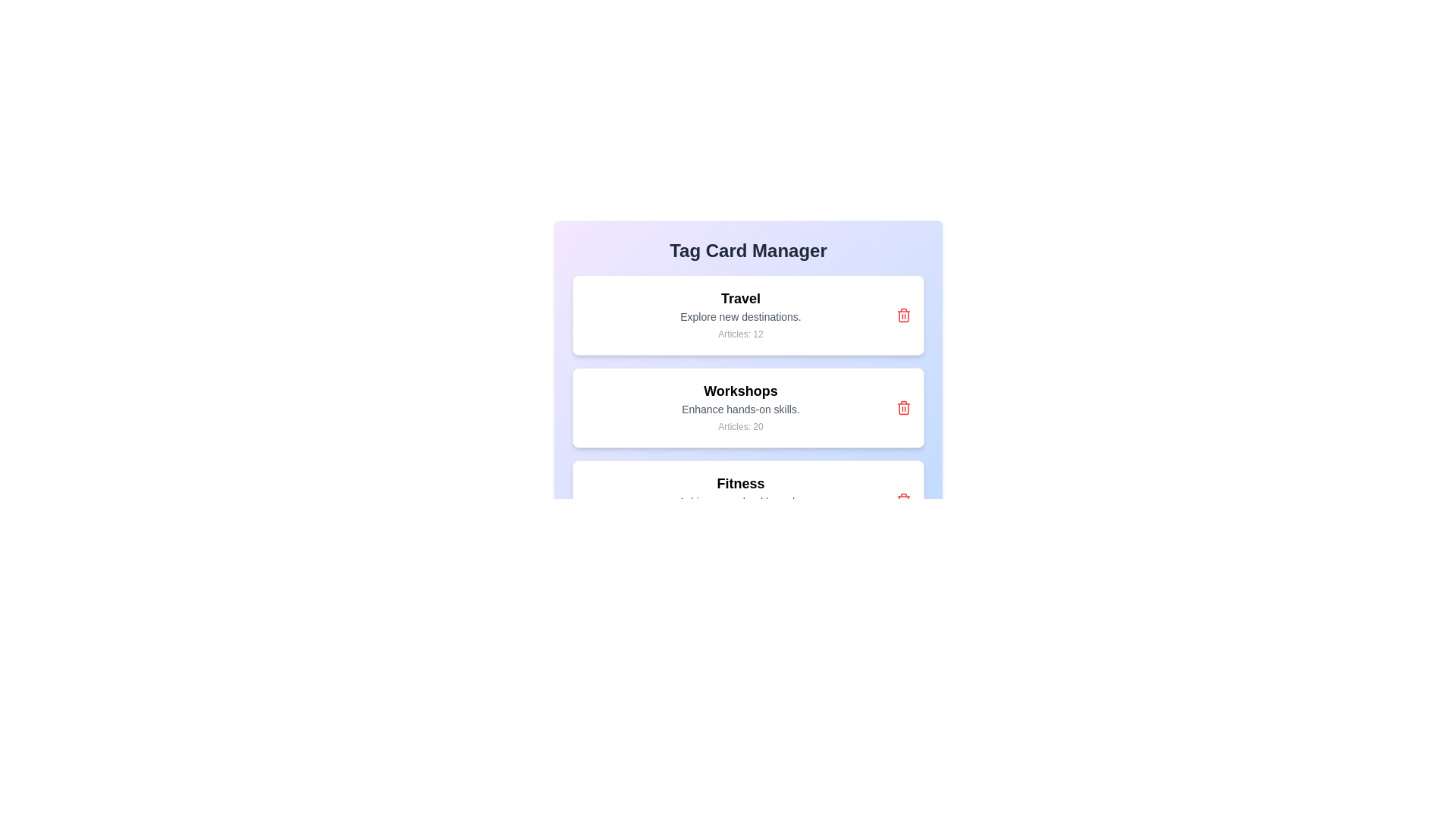 The width and height of the screenshot is (1456, 819). What do you see at coordinates (748, 500) in the screenshot?
I see `the tag card labeled Fitness` at bounding box center [748, 500].